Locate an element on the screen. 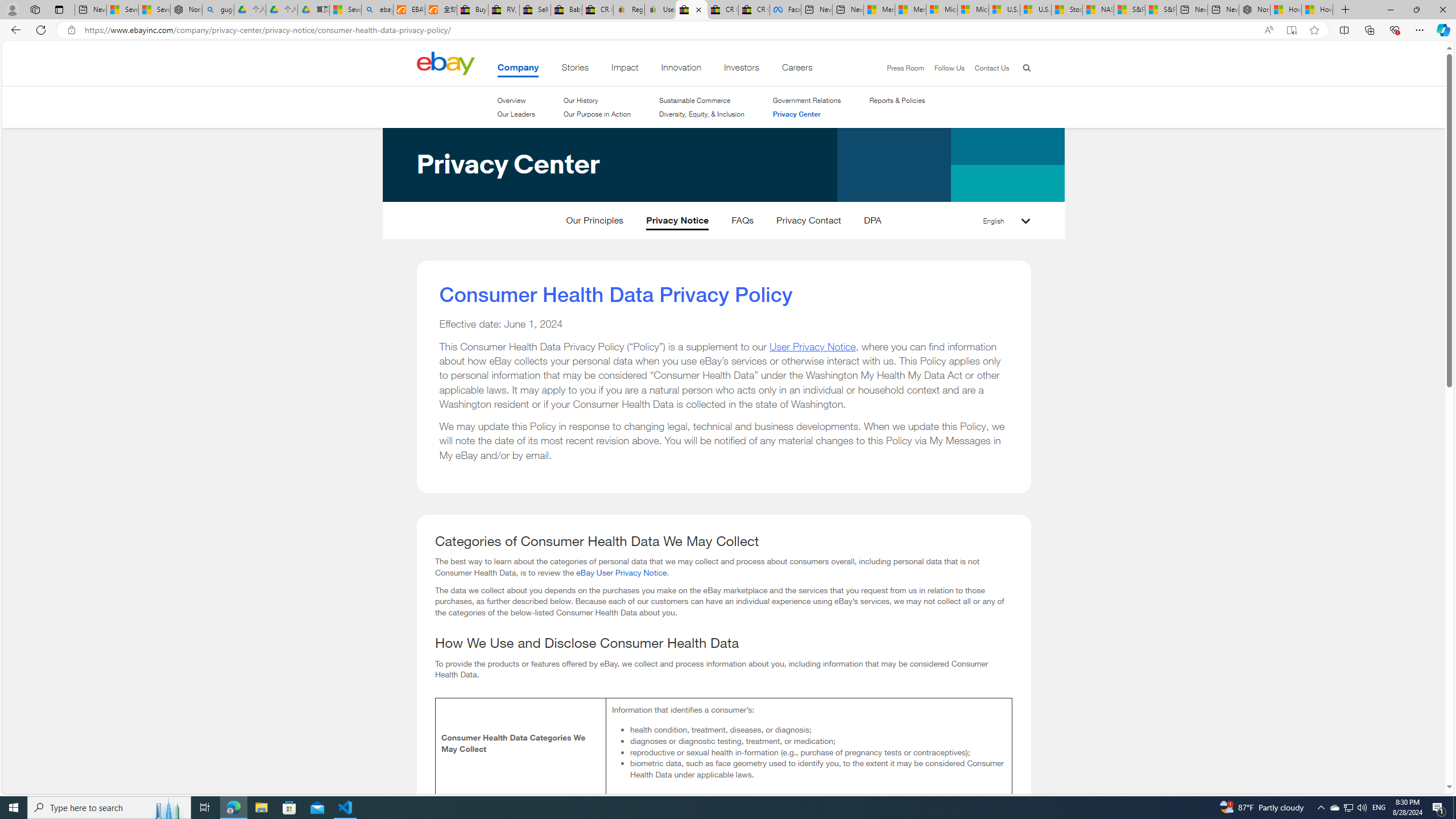  'Privacy Notice' is located at coordinates (677, 222).